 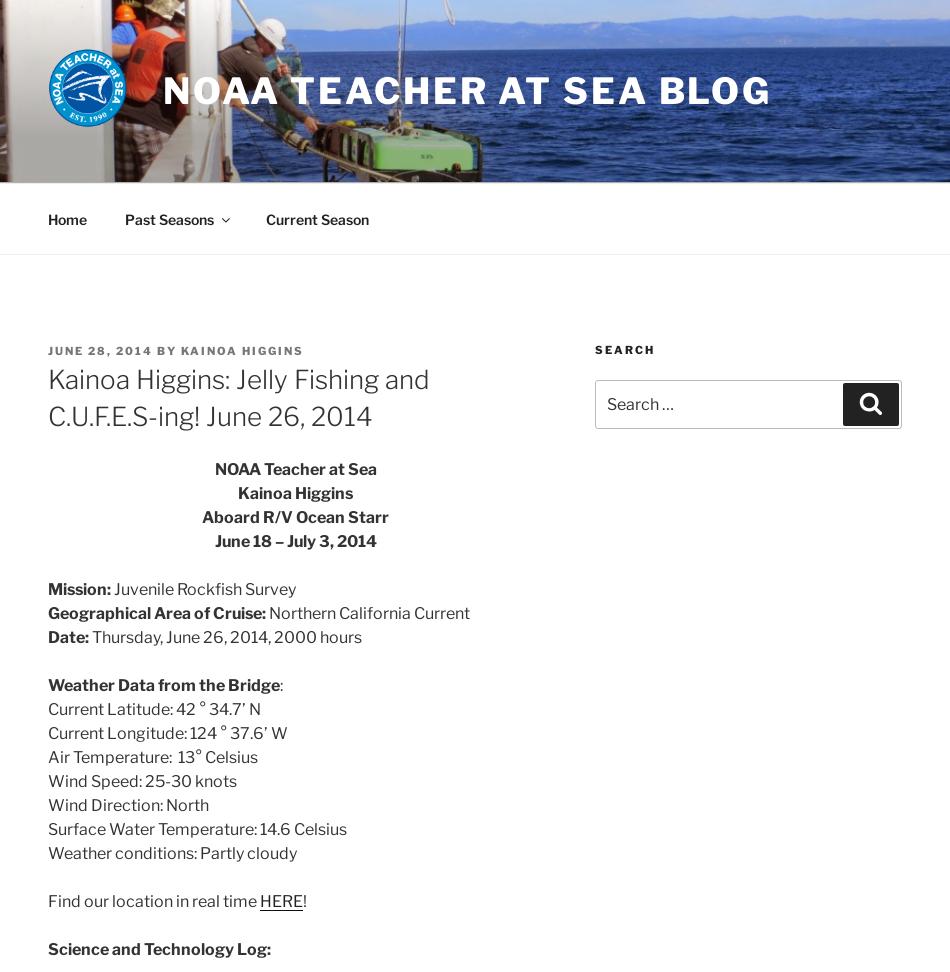 I want to click on 'Surface Water Temperature: 14.6 Celsius', so click(x=197, y=827).